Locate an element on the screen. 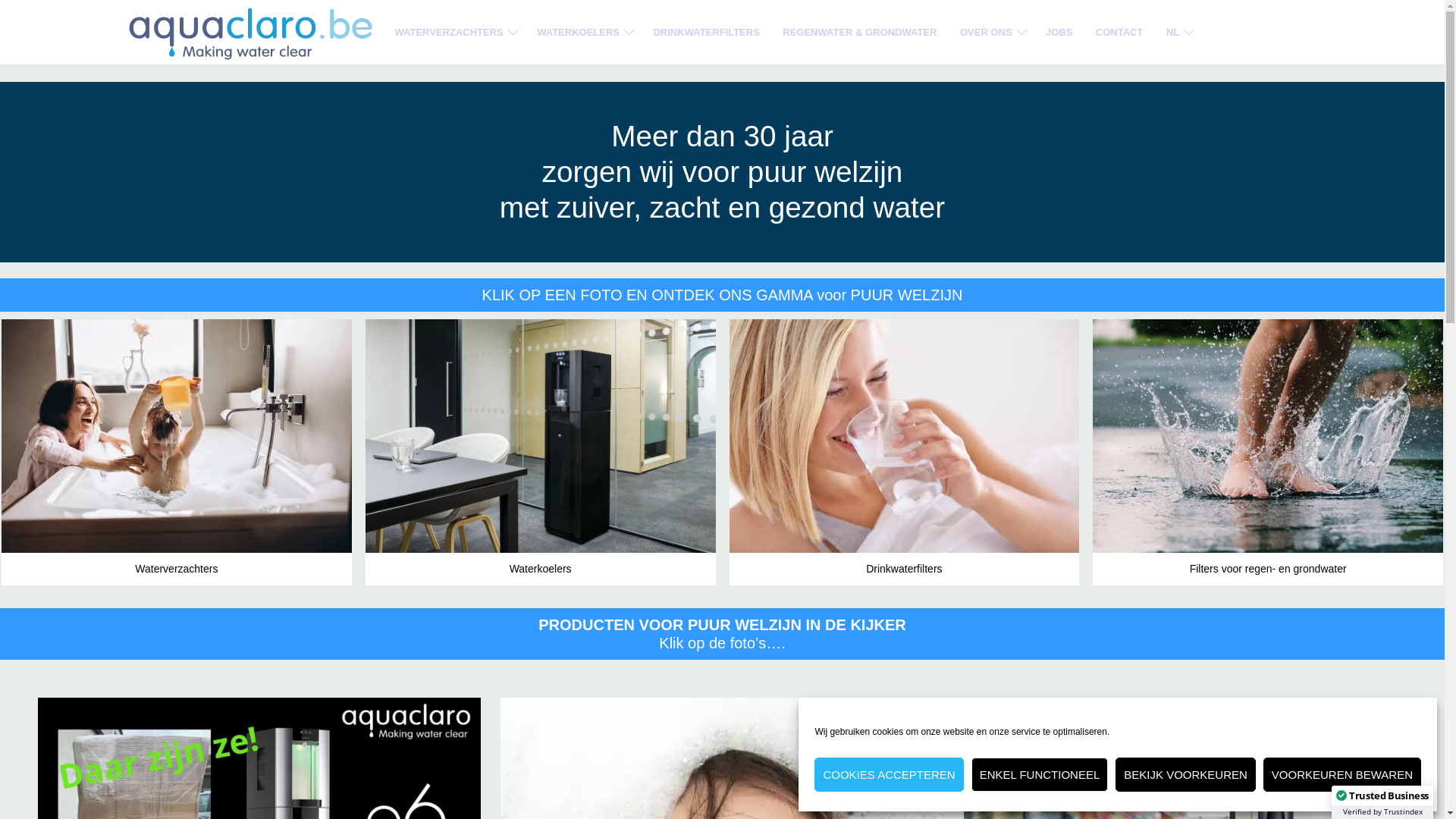  'Filters voor regen- en grondwater' is located at coordinates (1267, 451).